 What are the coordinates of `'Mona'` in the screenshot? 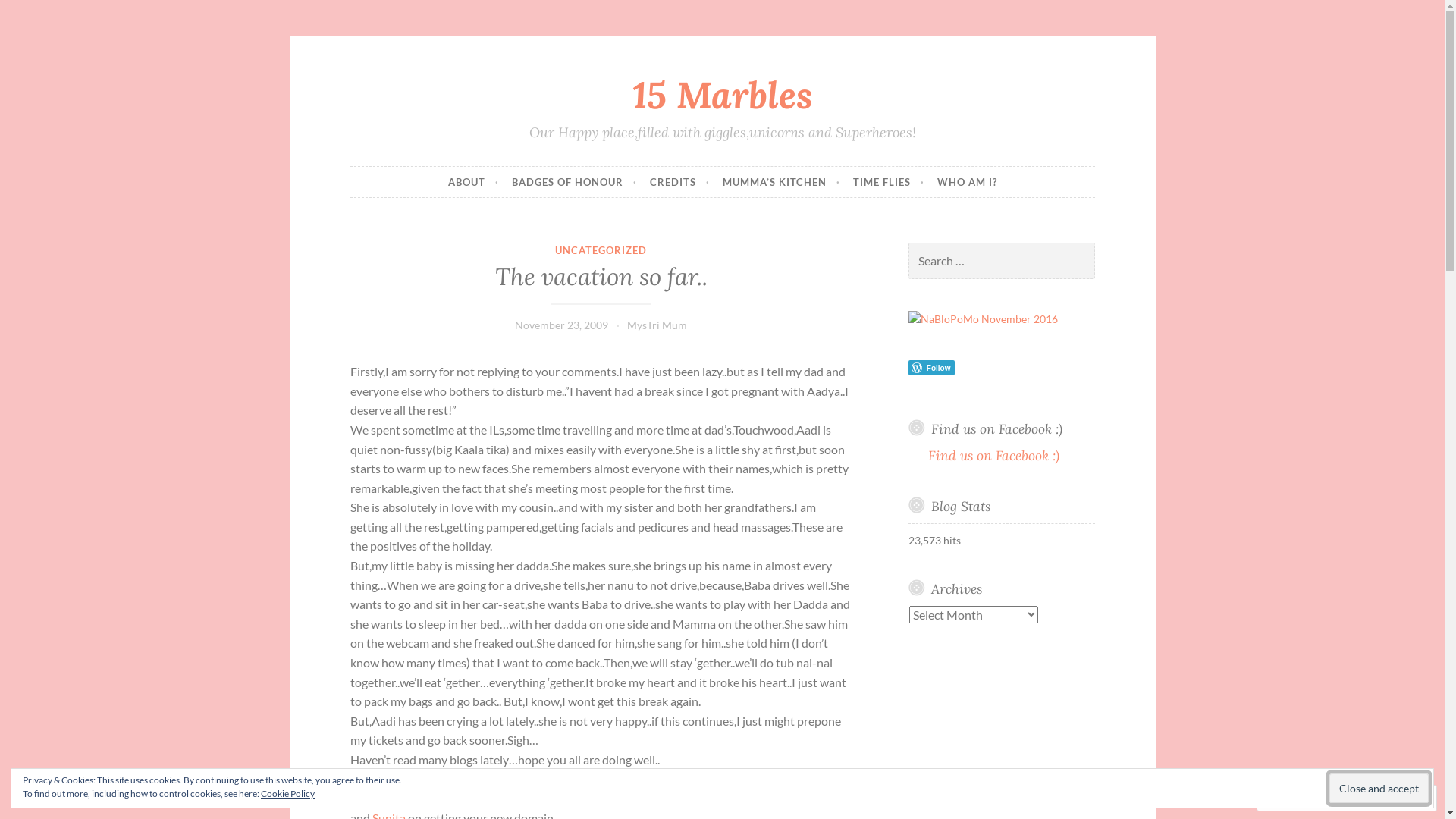 It's located at (416, 779).